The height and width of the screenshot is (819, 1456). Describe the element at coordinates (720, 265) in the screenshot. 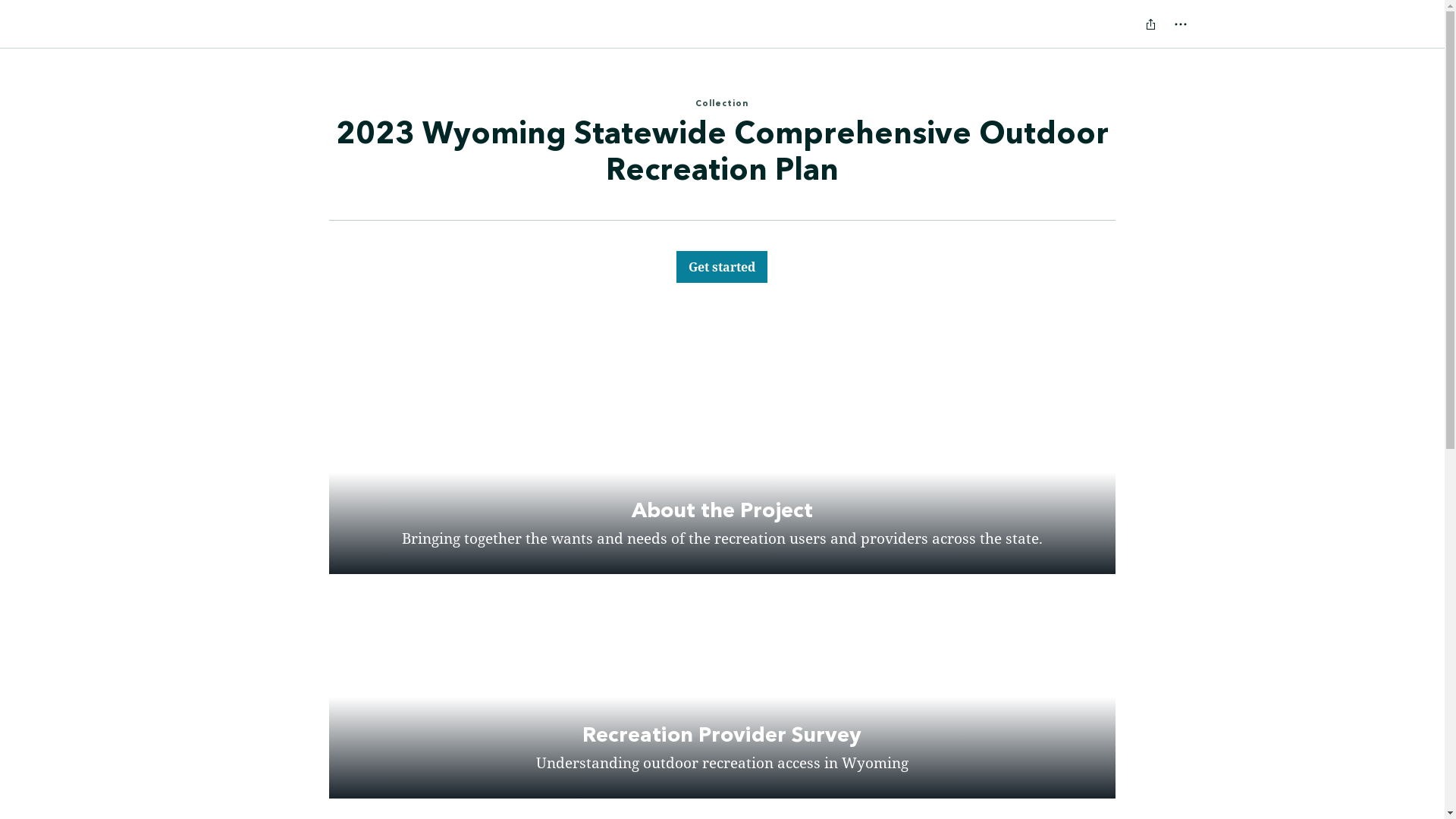

I see `'Get started'` at that location.